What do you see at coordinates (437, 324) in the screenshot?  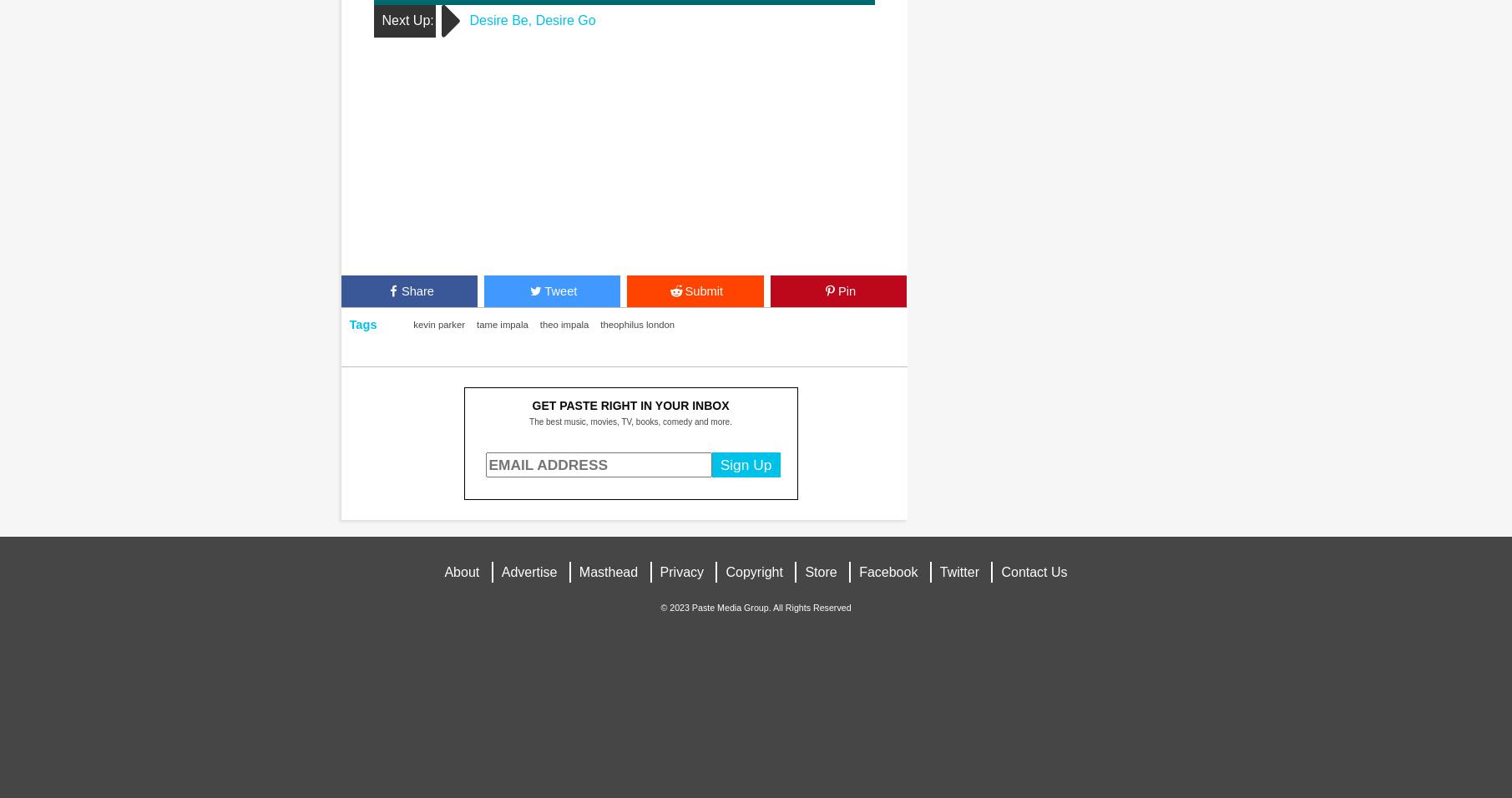 I see `'kevin parker'` at bounding box center [437, 324].